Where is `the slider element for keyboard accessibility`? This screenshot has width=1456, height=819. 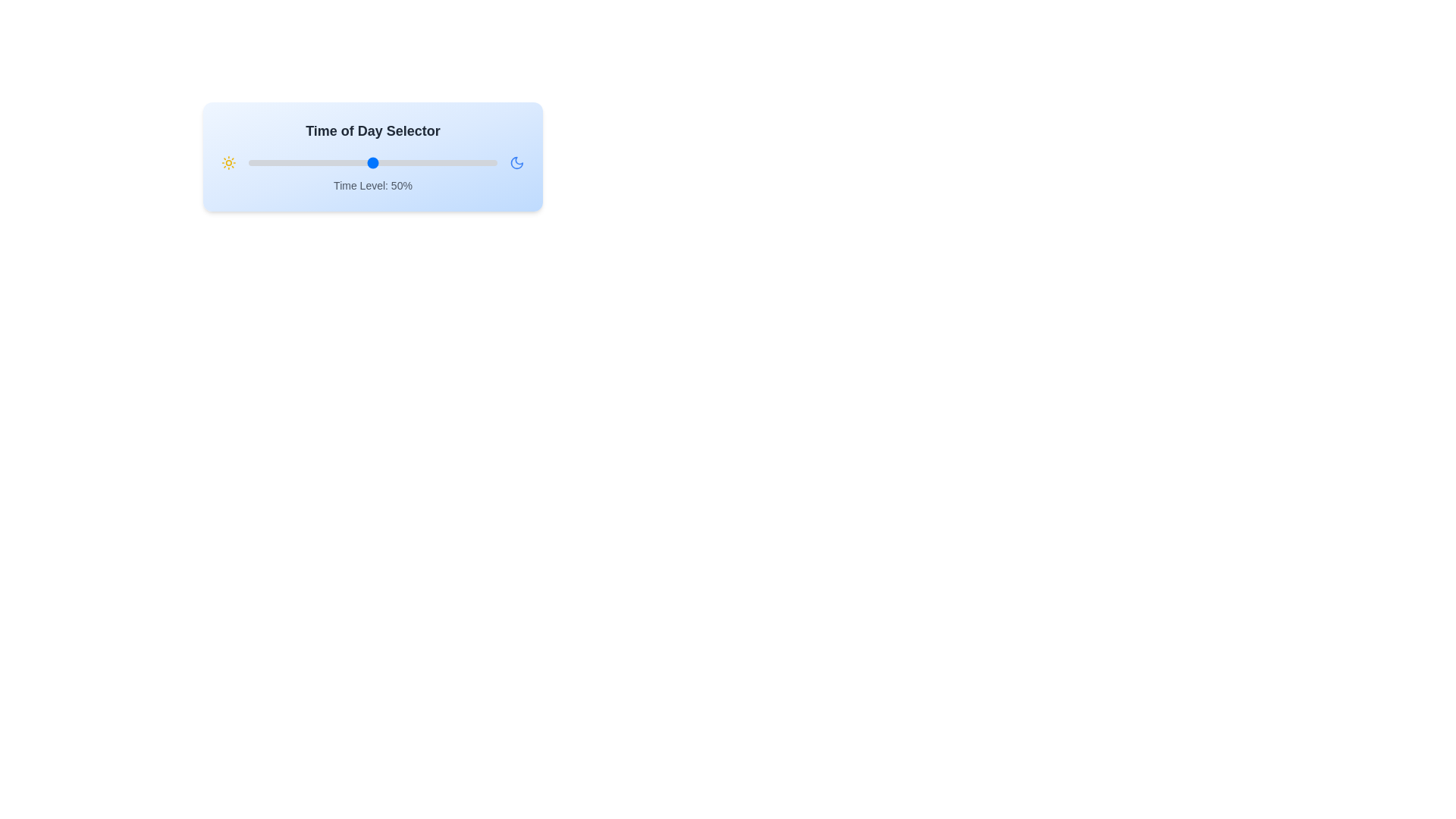 the slider element for keyboard accessibility is located at coordinates (372, 163).